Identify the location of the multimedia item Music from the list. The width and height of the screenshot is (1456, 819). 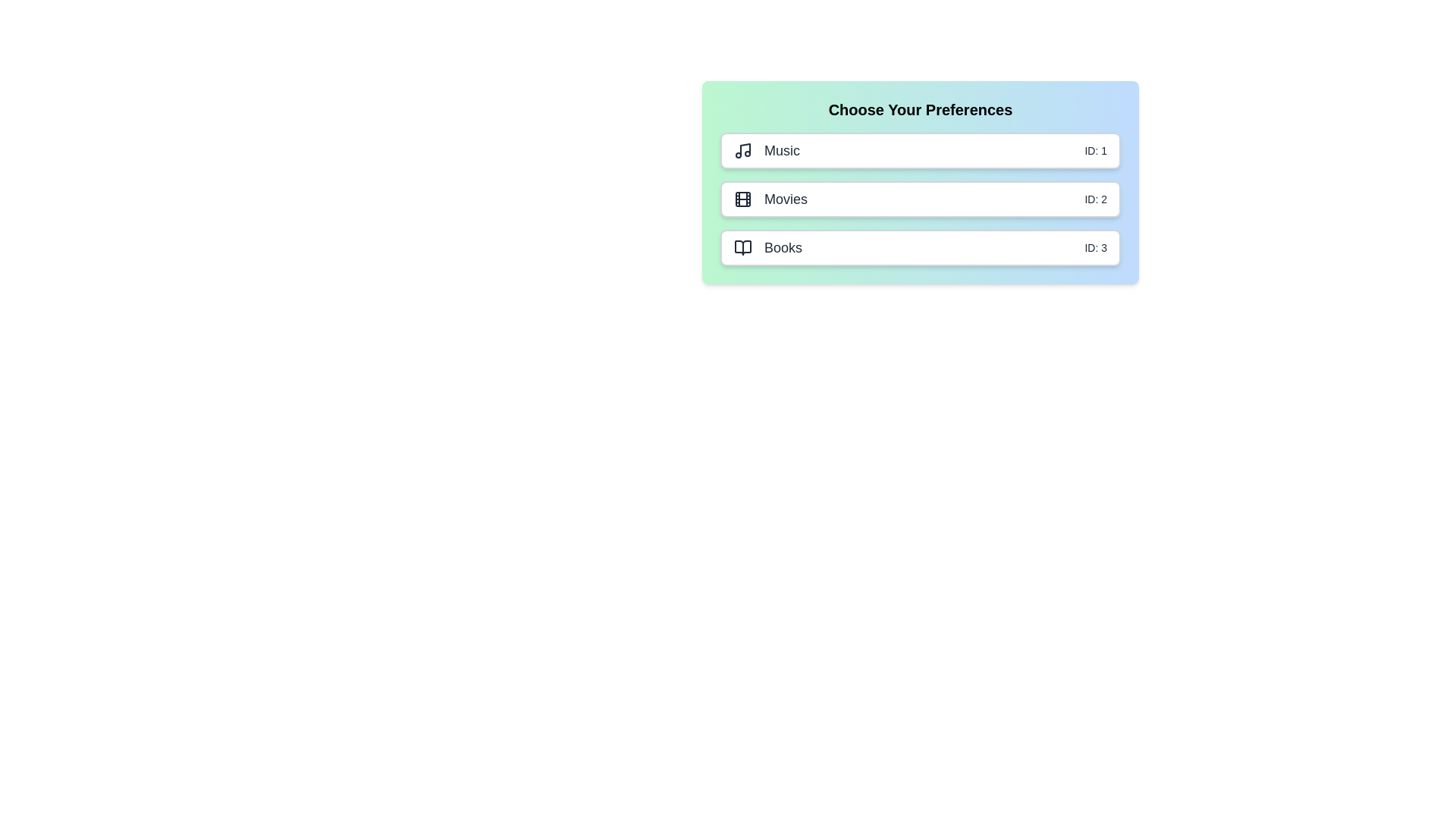
(920, 151).